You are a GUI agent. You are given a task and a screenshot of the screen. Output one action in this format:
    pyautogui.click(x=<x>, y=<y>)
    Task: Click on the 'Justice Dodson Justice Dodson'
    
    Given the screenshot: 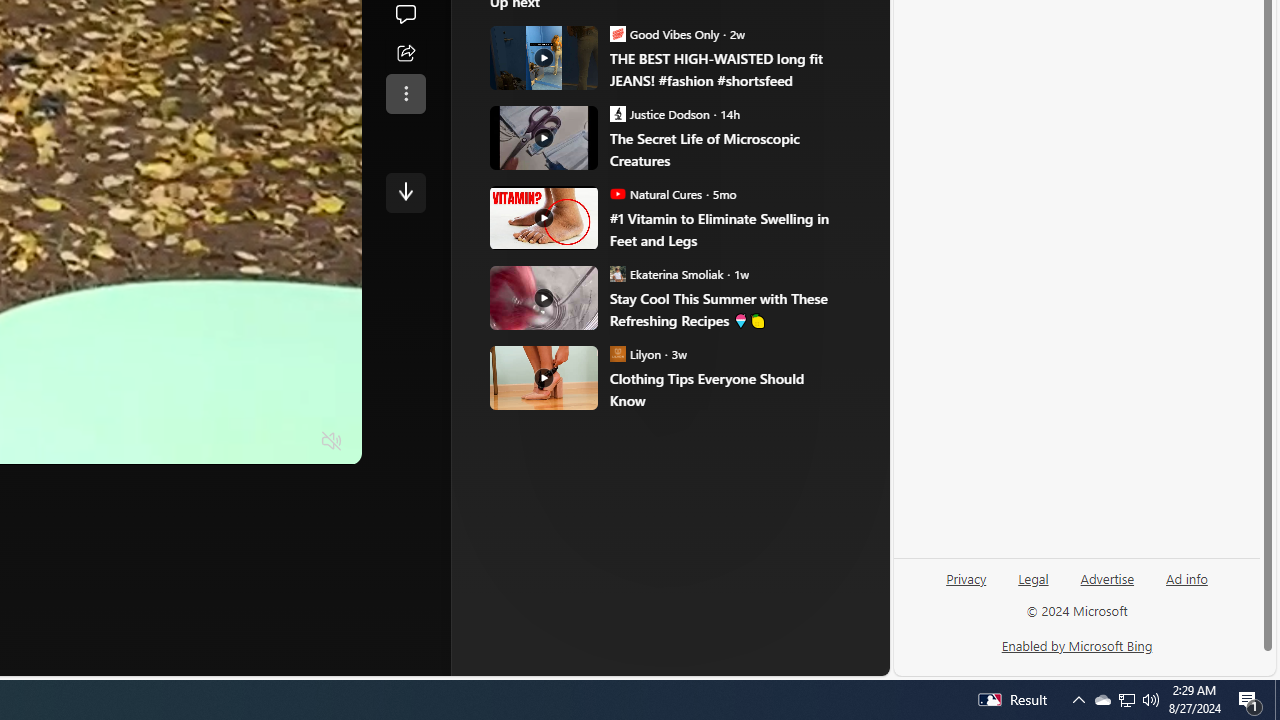 What is the action you would take?
    pyautogui.click(x=660, y=113)
    